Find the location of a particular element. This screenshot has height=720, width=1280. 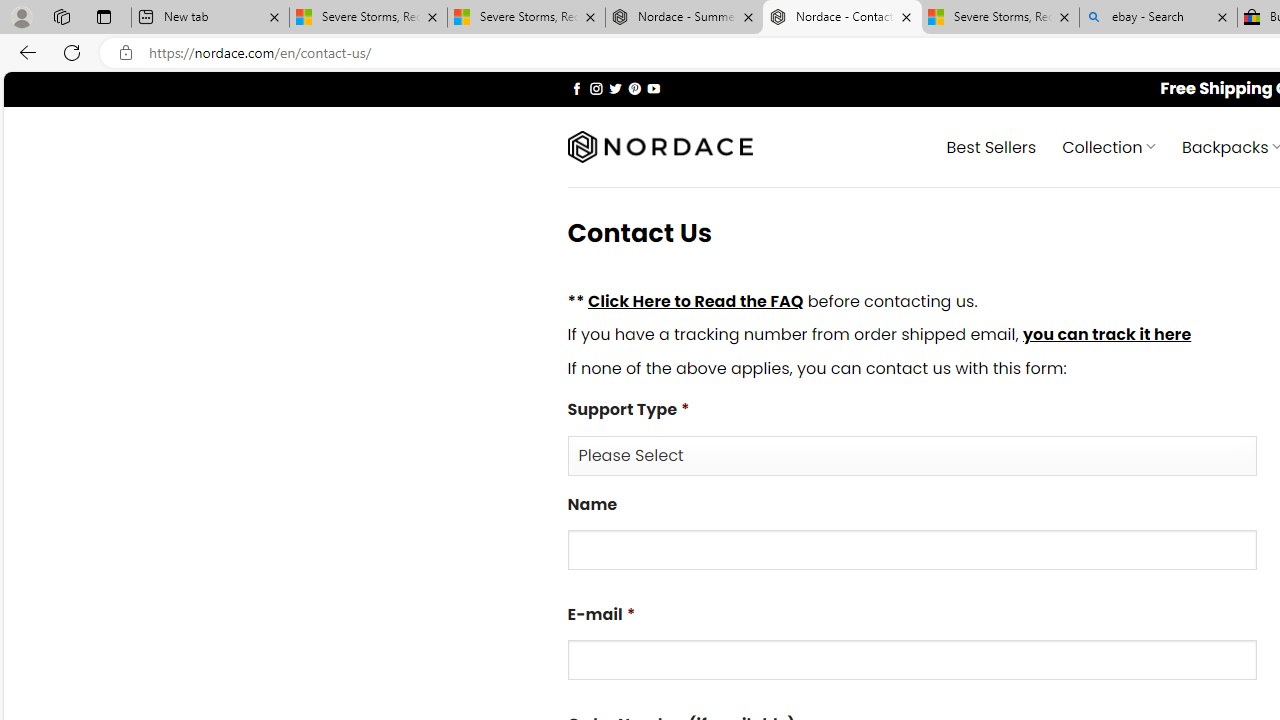

' Best Sellers' is located at coordinates (991, 145).